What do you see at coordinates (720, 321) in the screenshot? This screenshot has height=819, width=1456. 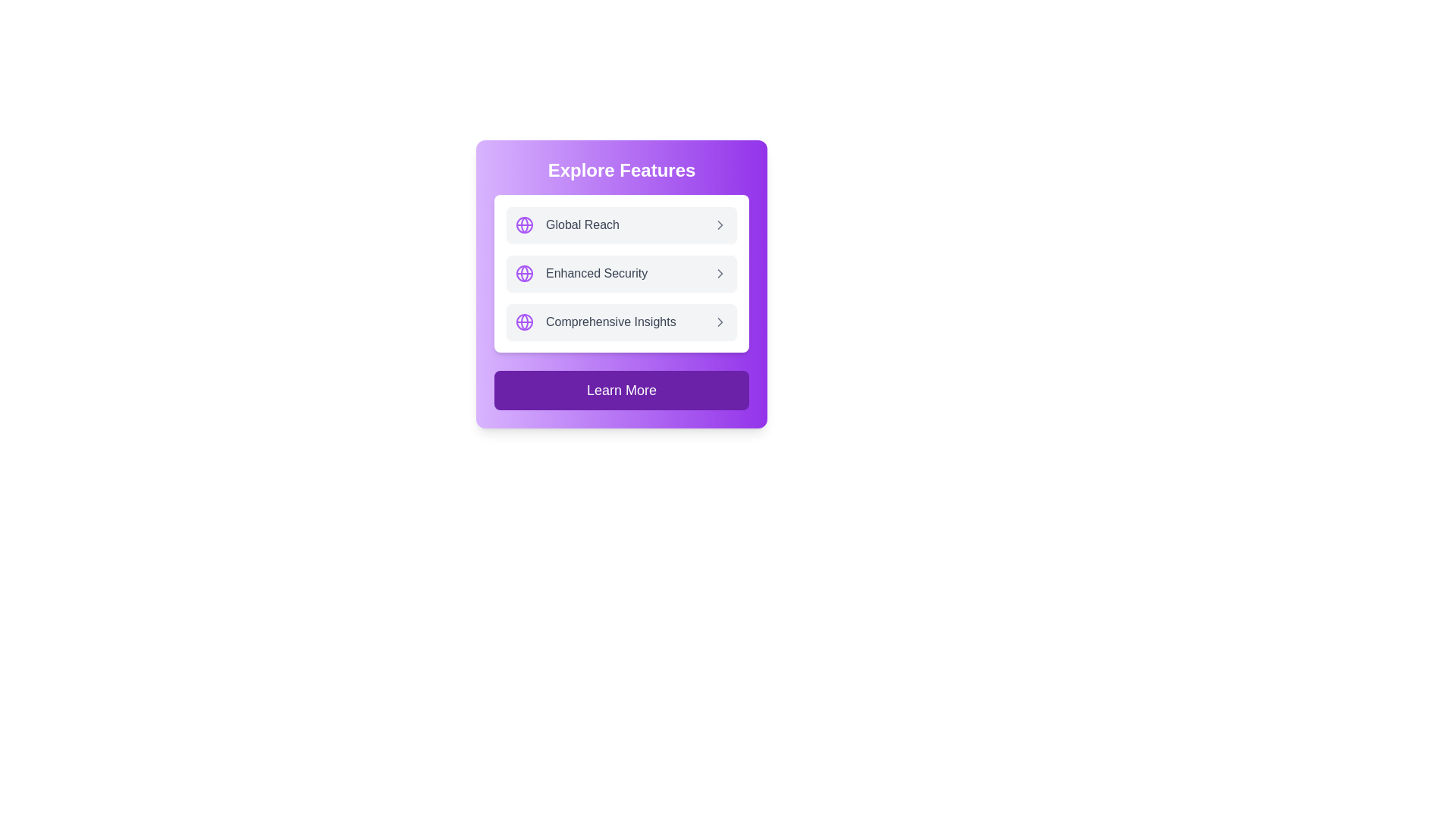 I see `the navigation icon located at the bottom edge of the 'Comprehensive Insights' card` at bounding box center [720, 321].